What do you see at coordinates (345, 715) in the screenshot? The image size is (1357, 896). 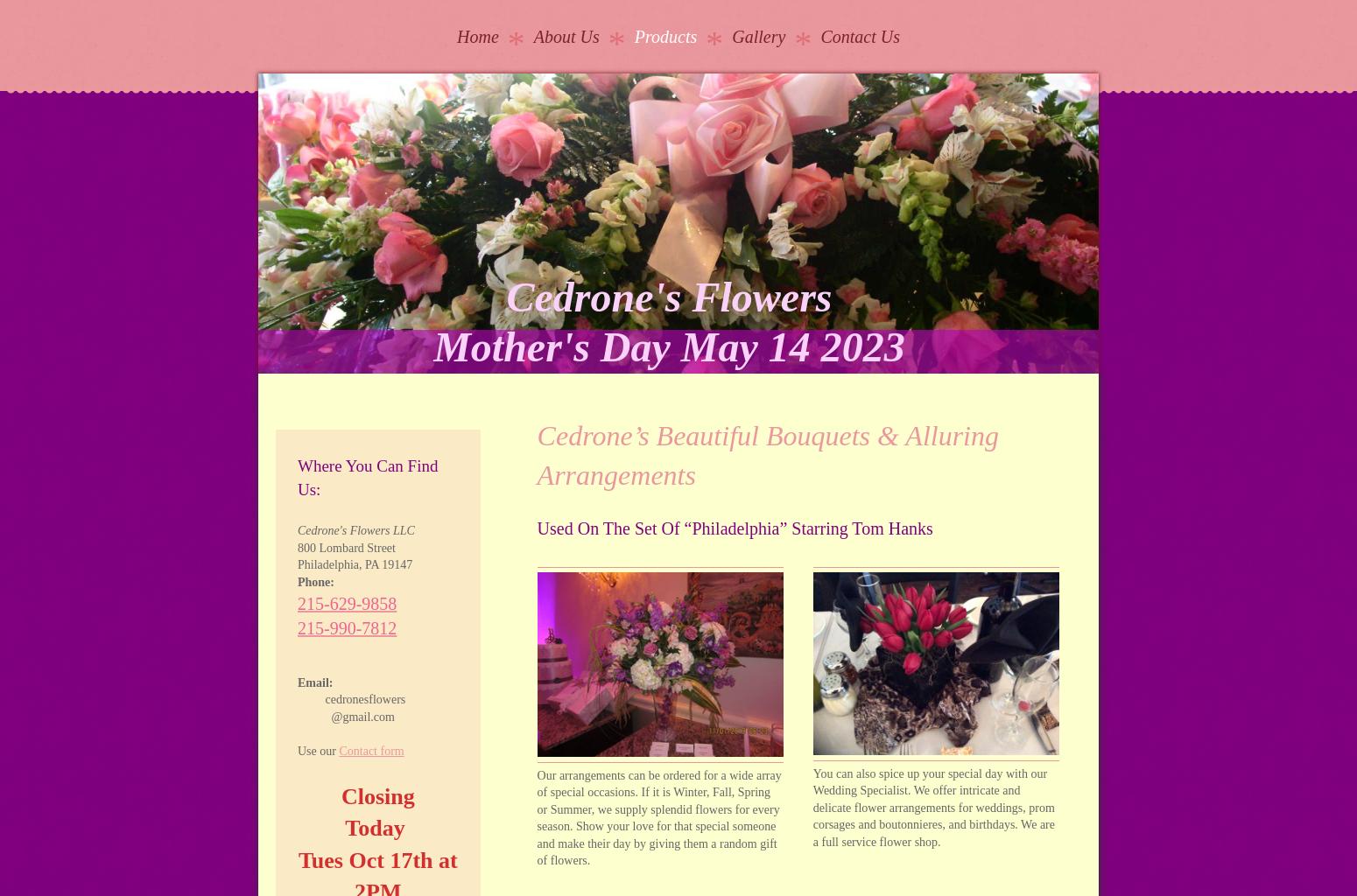 I see `'@gmail.com'` at bounding box center [345, 715].